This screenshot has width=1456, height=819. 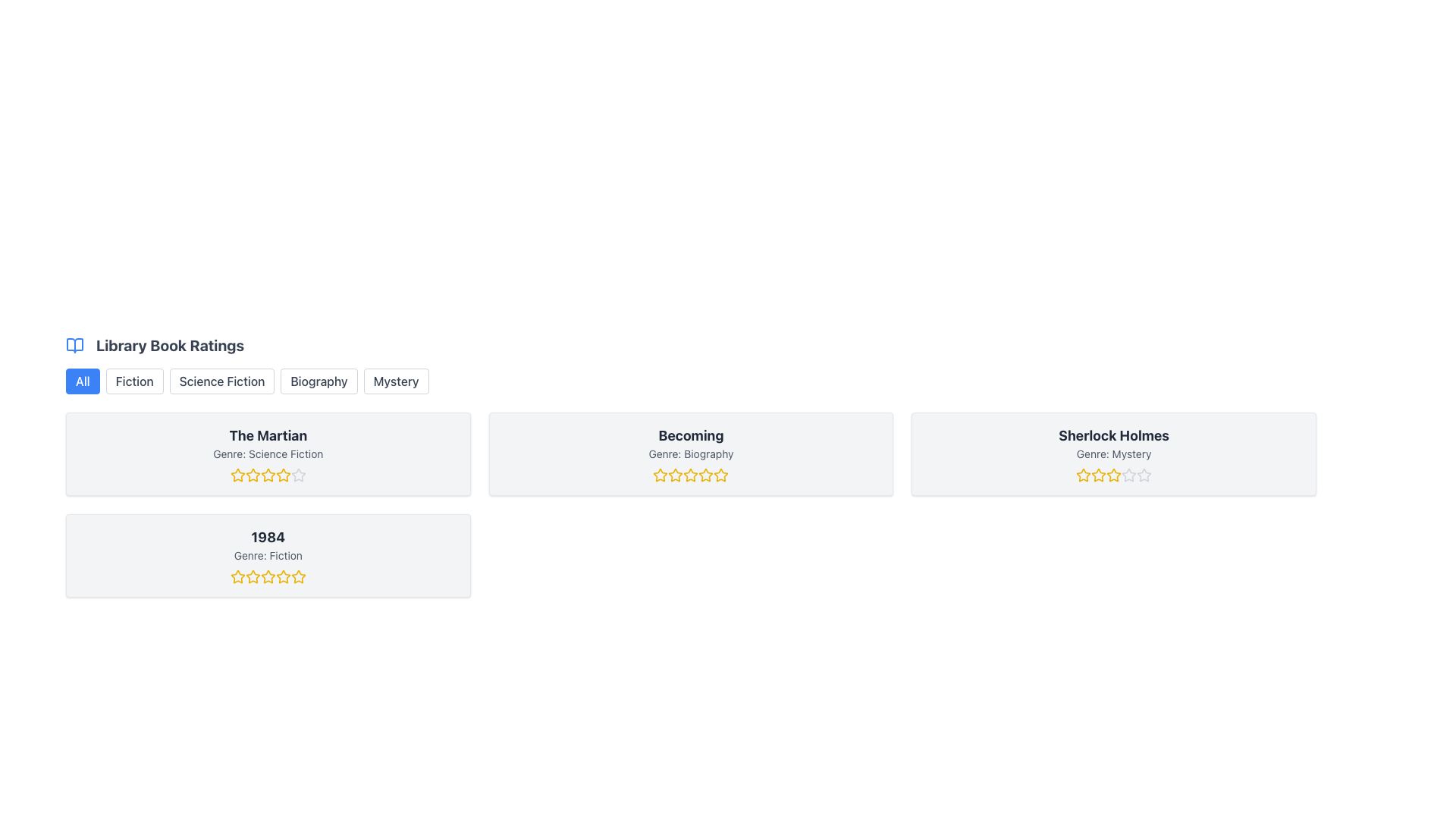 I want to click on the static text label that displays 'Genre: Mystery', which is styled in gray and positioned below the title 'Sherlock Holmes', so click(x=1114, y=453).